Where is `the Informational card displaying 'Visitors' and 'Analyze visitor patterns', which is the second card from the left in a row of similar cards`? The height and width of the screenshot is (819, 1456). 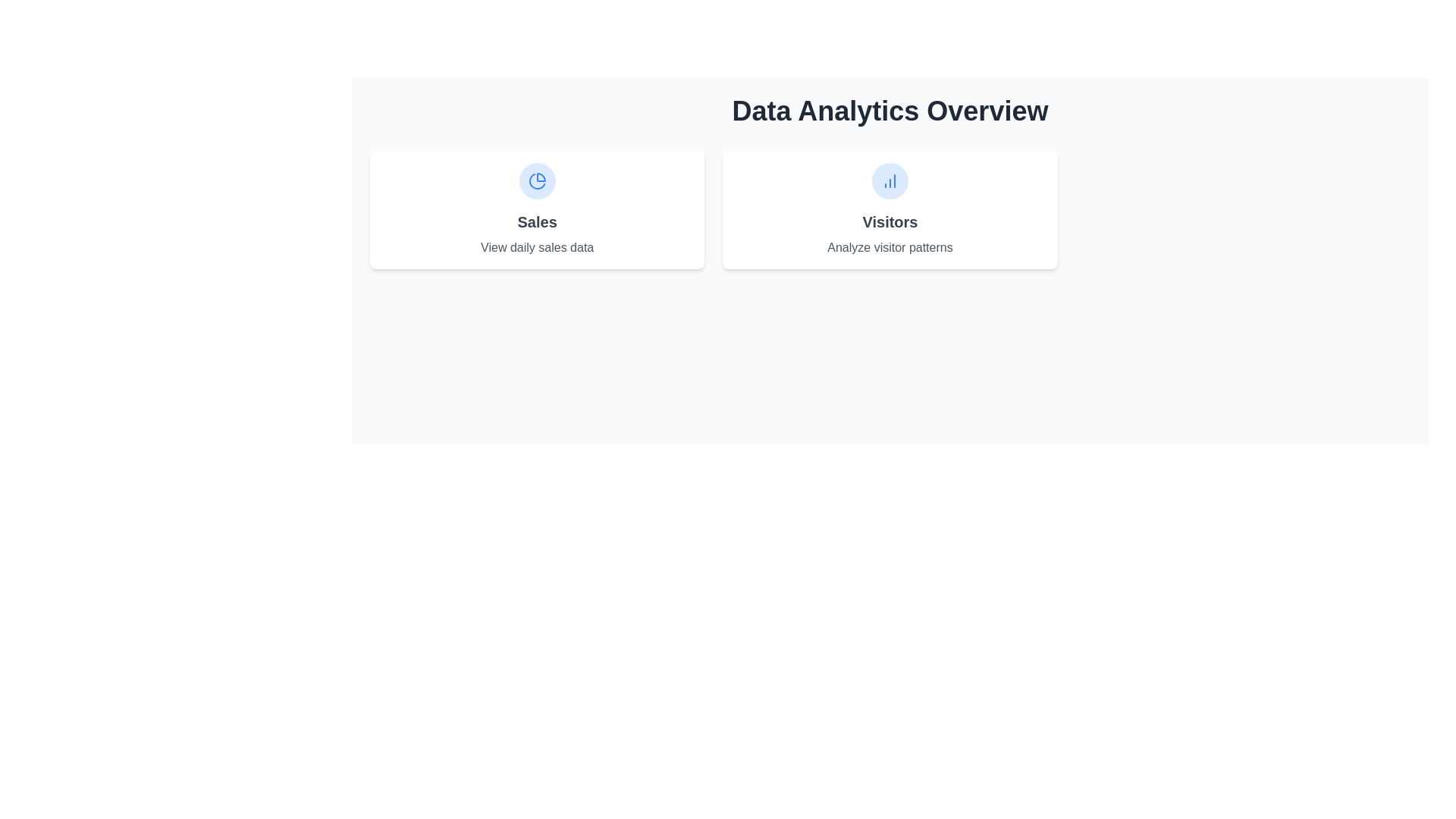
the Informational card displaying 'Visitors' and 'Analyze visitor patterns', which is the second card from the left in a row of similar cards is located at coordinates (890, 210).